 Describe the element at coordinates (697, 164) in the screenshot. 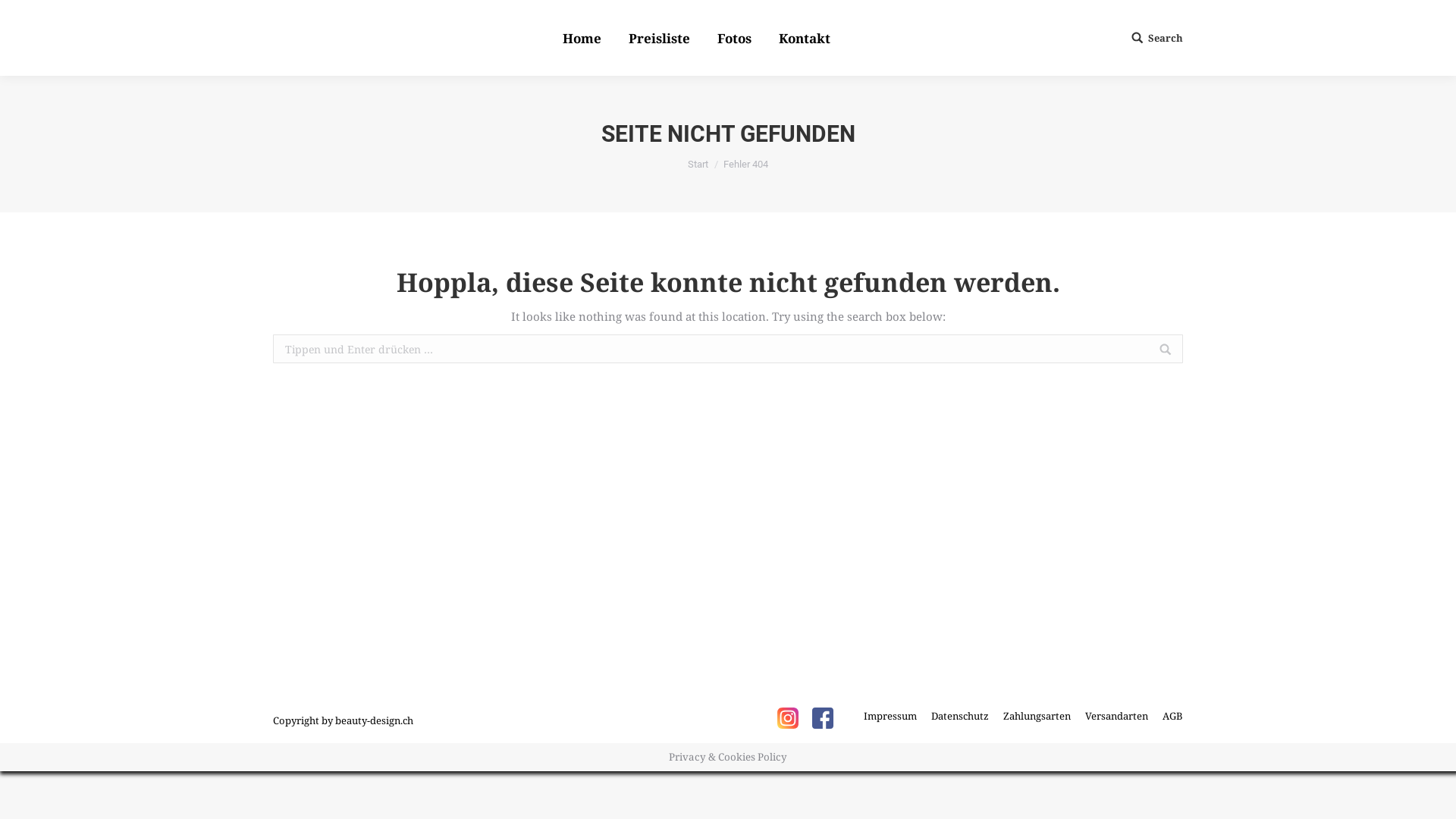

I see `'Start'` at that location.